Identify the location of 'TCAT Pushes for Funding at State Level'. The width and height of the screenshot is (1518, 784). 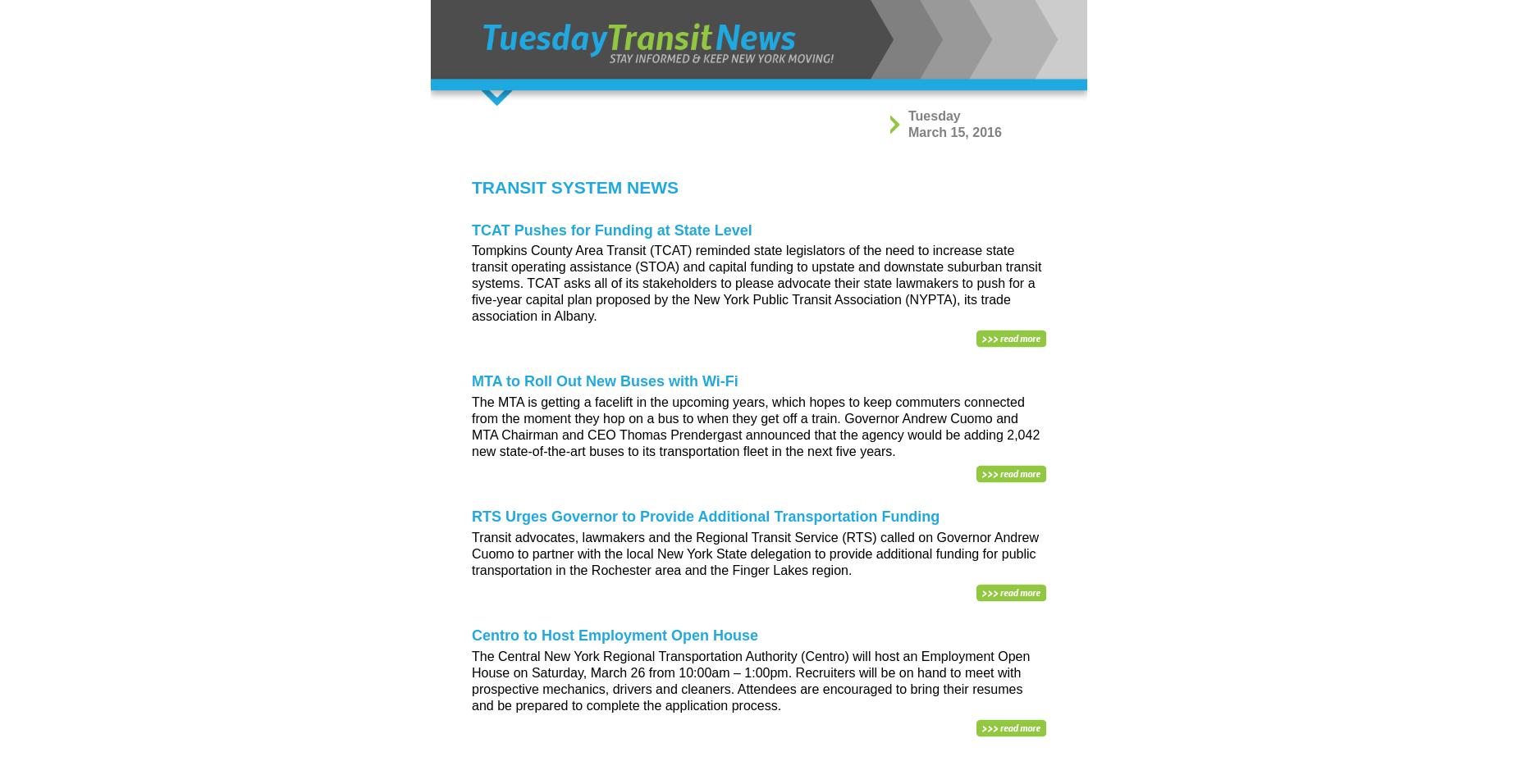
(611, 229).